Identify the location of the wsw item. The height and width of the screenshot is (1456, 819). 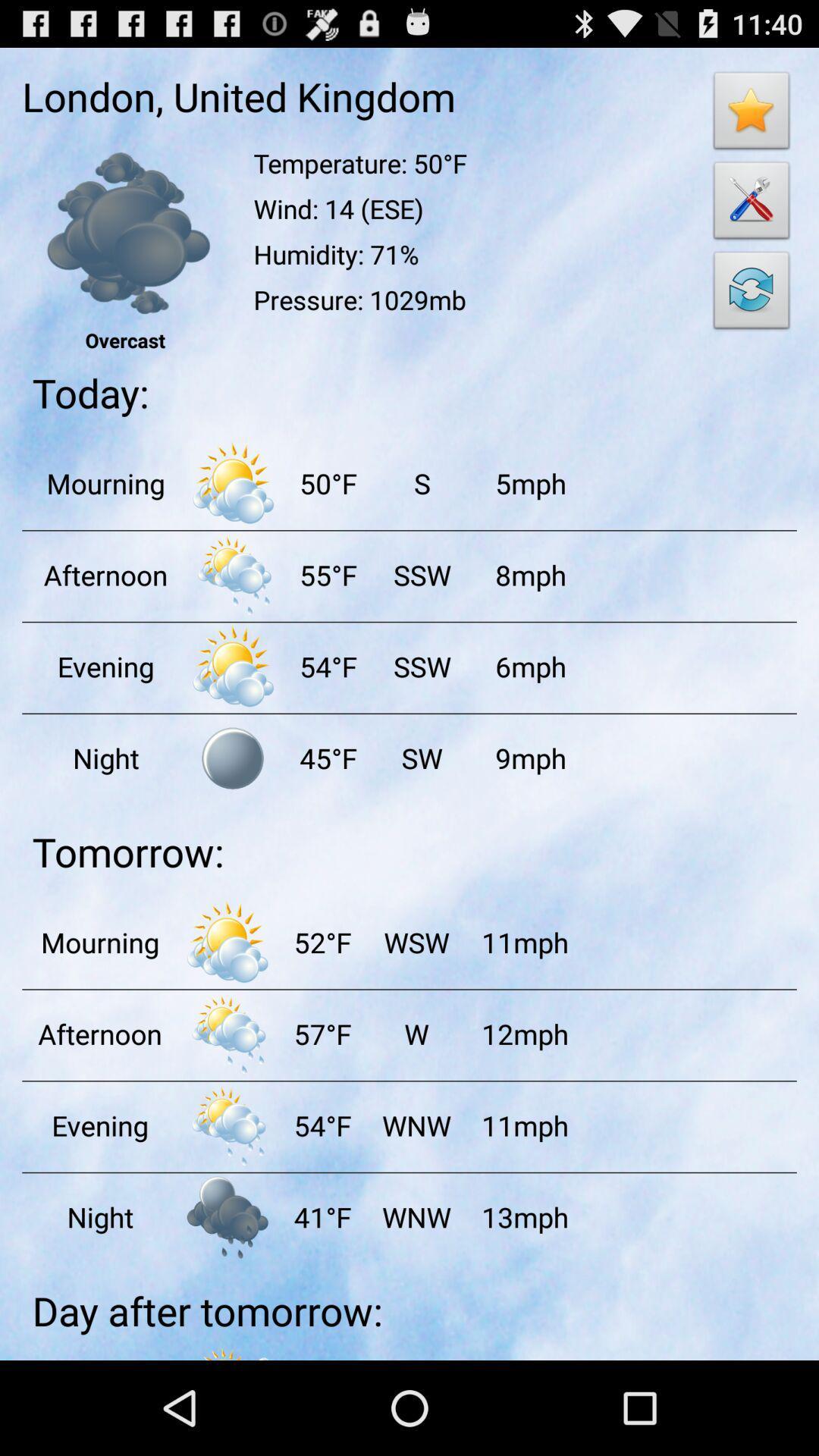
(416, 941).